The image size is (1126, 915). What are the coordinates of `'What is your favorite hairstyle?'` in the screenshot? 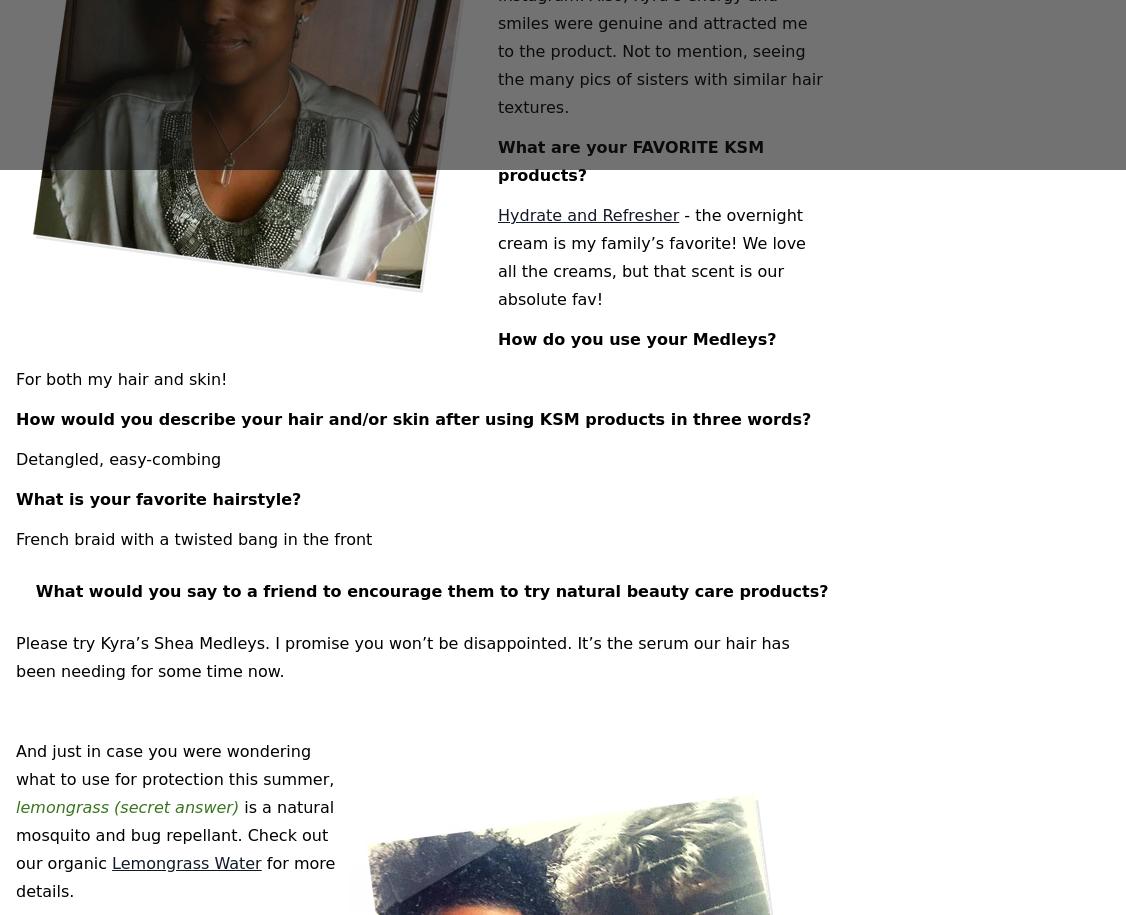 It's located at (158, 498).